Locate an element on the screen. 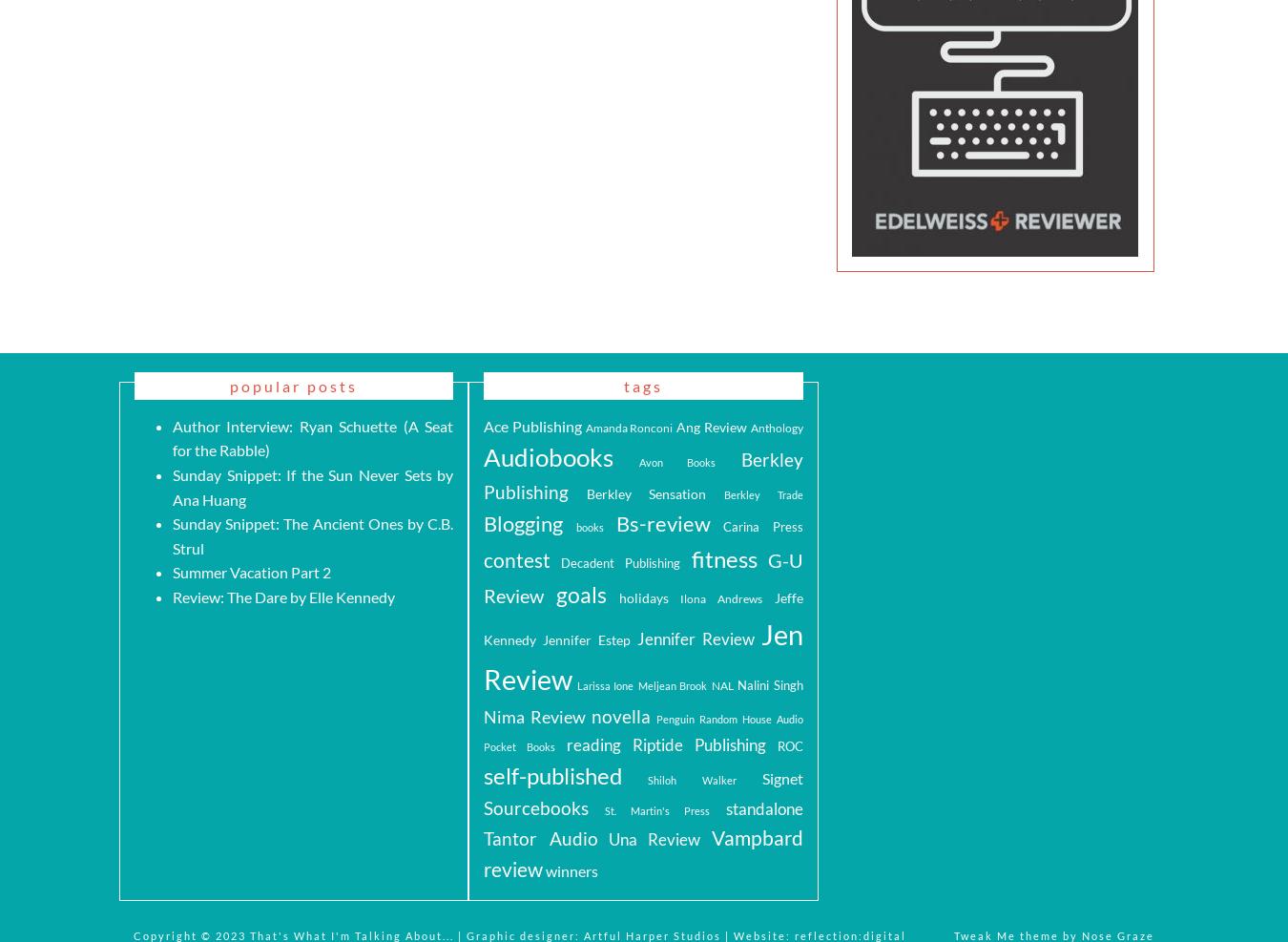 The image size is (1288, 942). 'Riptide Publishing' is located at coordinates (696, 743).